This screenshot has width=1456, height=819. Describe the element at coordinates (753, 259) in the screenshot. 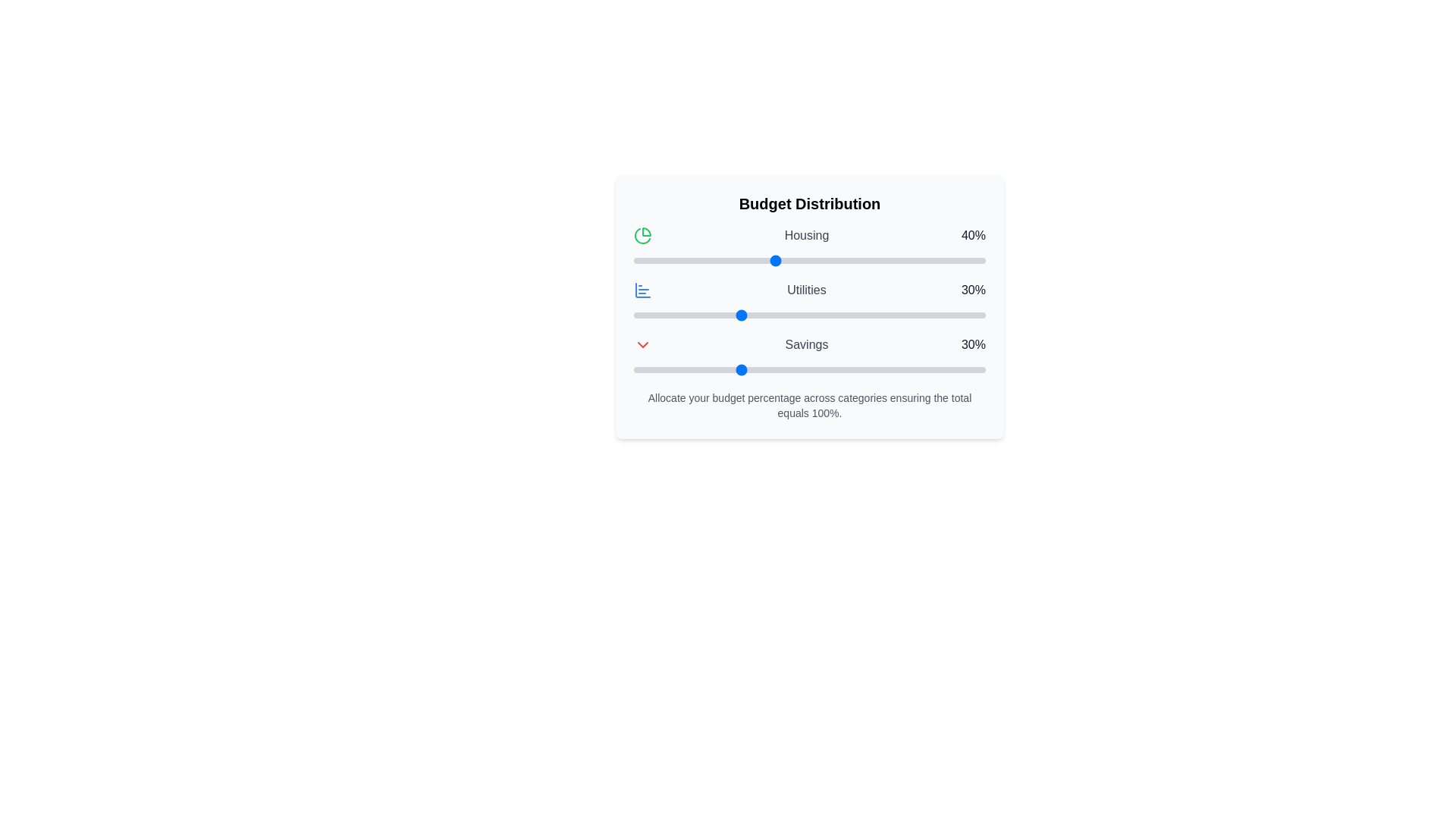

I see `the Housing percentage slider` at that location.